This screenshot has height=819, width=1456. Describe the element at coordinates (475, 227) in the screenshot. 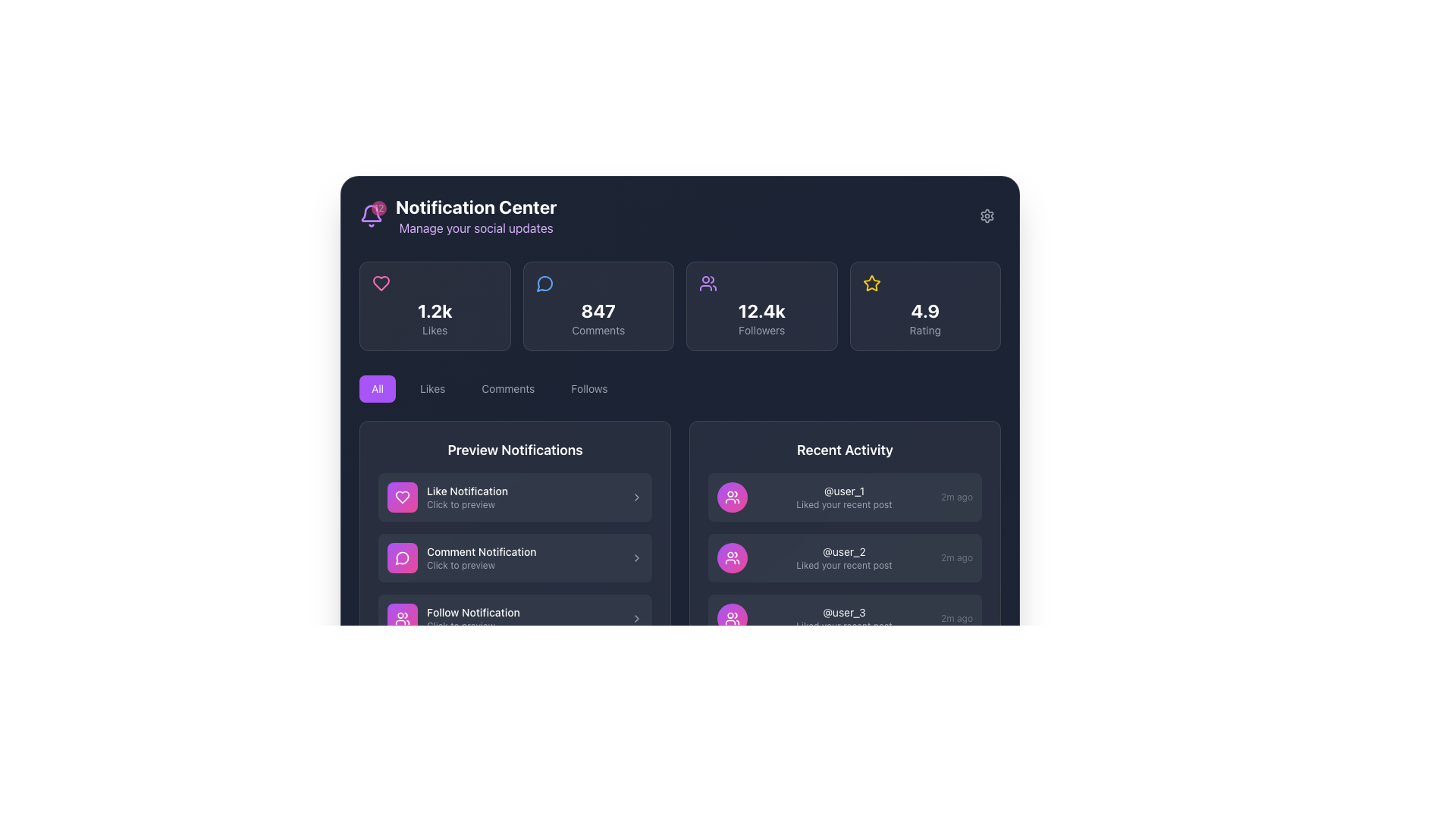

I see `the static text label that reads 'Manage your social updates', which is styled in light purple and located below the 'Notification Center' header` at that location.